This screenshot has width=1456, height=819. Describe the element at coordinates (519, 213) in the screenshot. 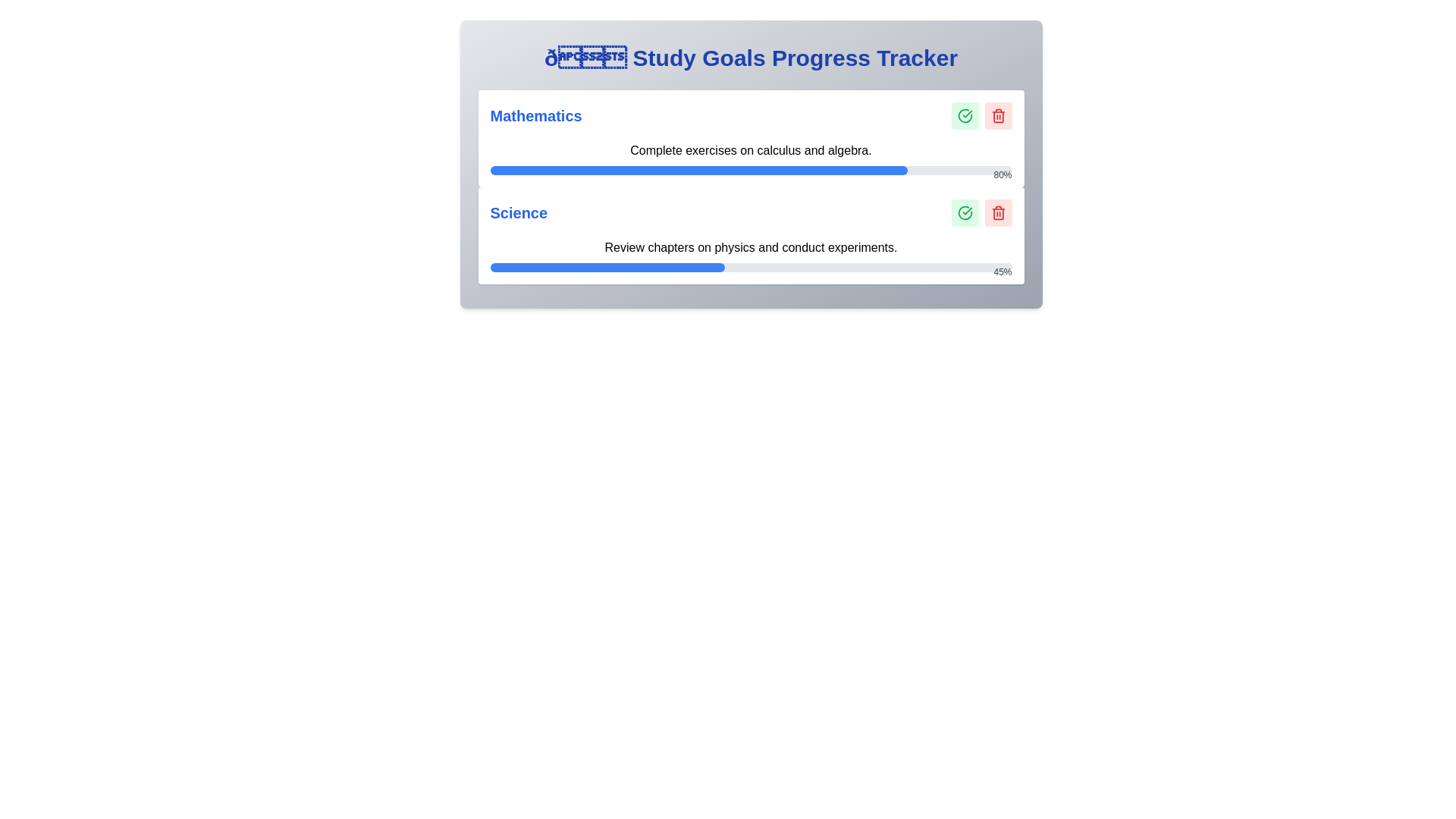

I see `the bold blue text label 'Science' in the study tracker interface, which is positioned in the second row and aligned to the left of associated progress text and icons` at that location.